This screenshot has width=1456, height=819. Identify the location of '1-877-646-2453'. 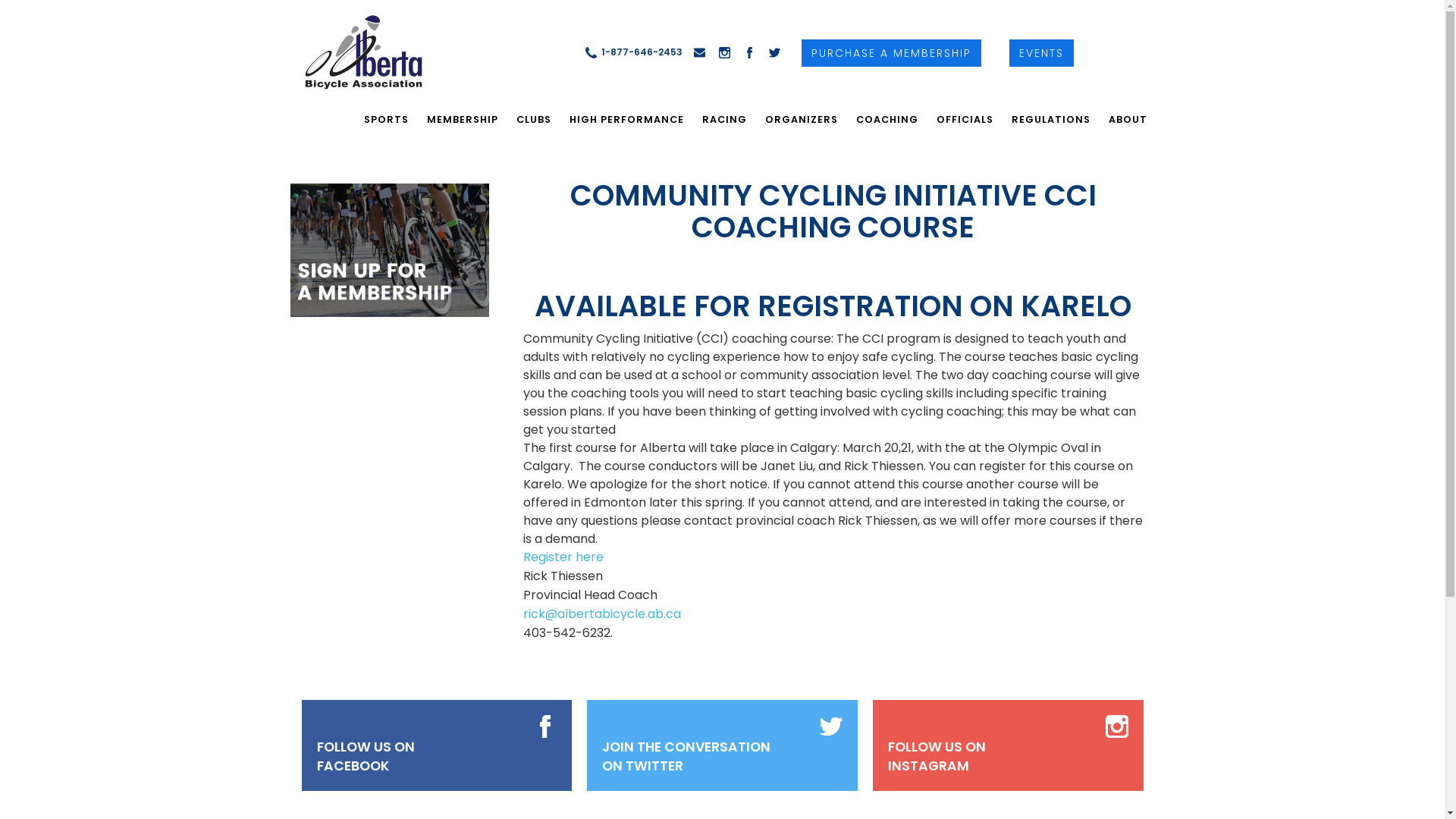
(633, 51).